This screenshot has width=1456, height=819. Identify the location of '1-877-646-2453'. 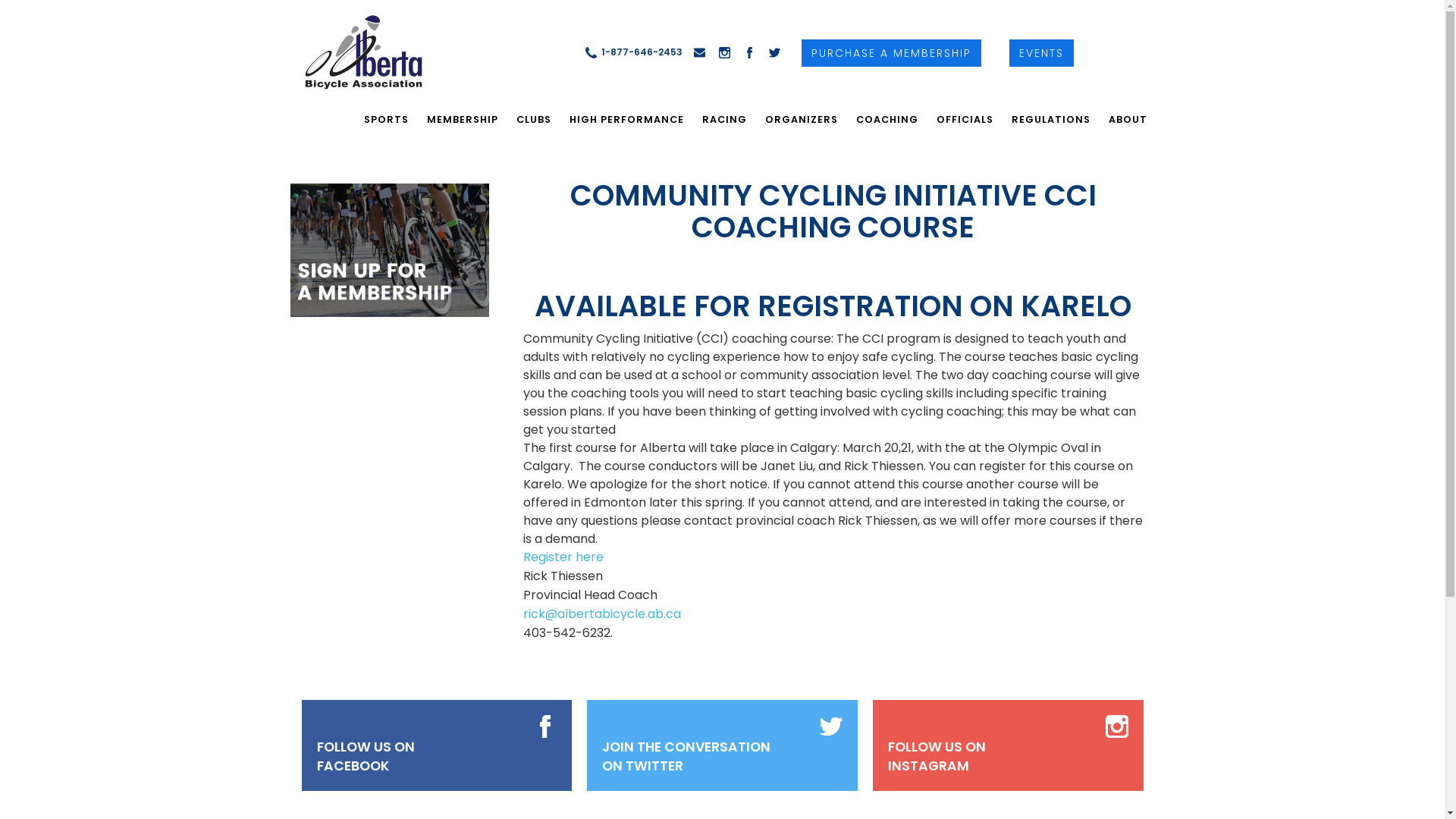
(633, 51).